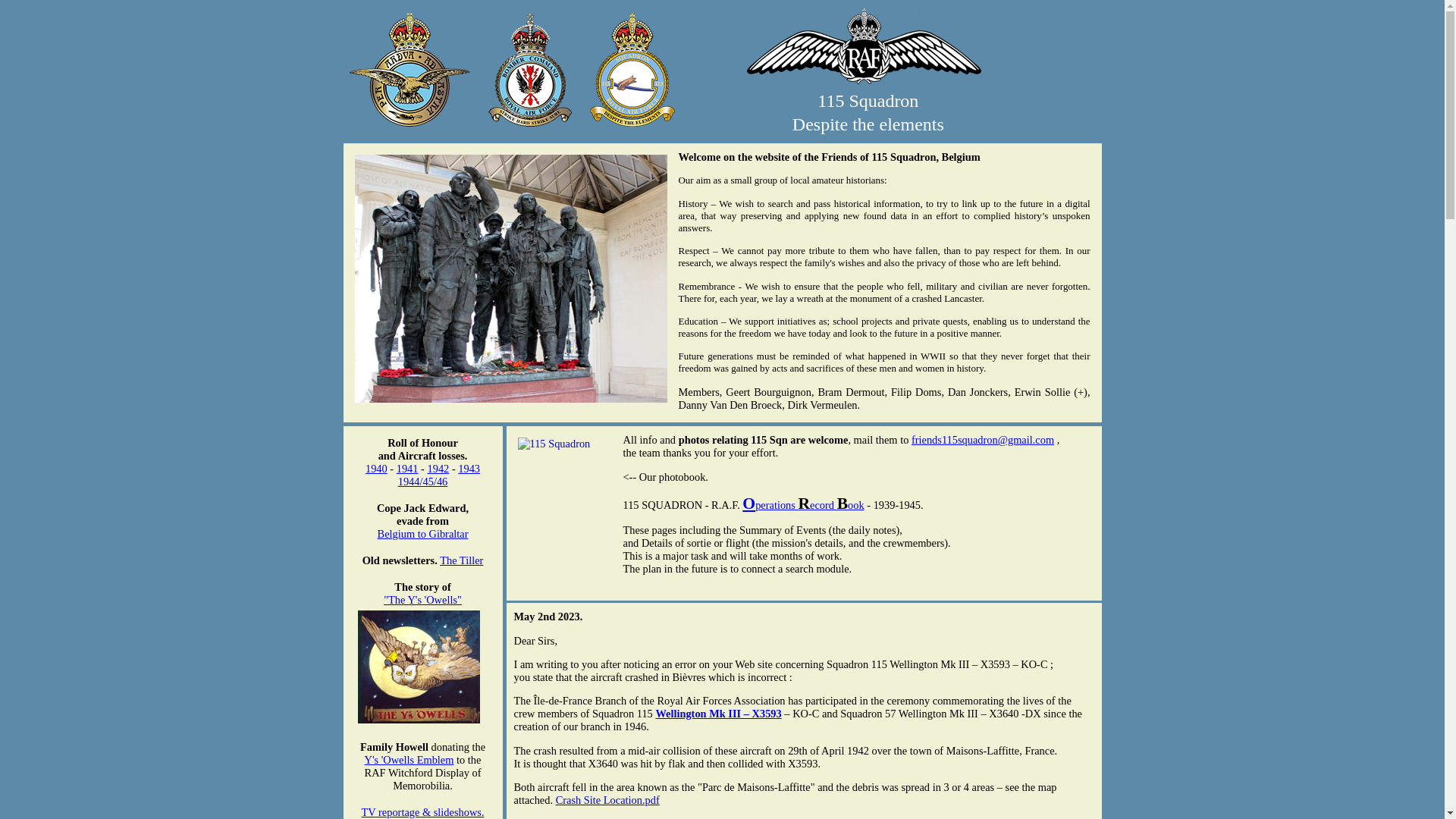 This screenshot has height=819, width=1456. What do you see at coordinates (809, 505) in the screenshot?
I see `'perations Record Book'` at bounding box center [809, 505].